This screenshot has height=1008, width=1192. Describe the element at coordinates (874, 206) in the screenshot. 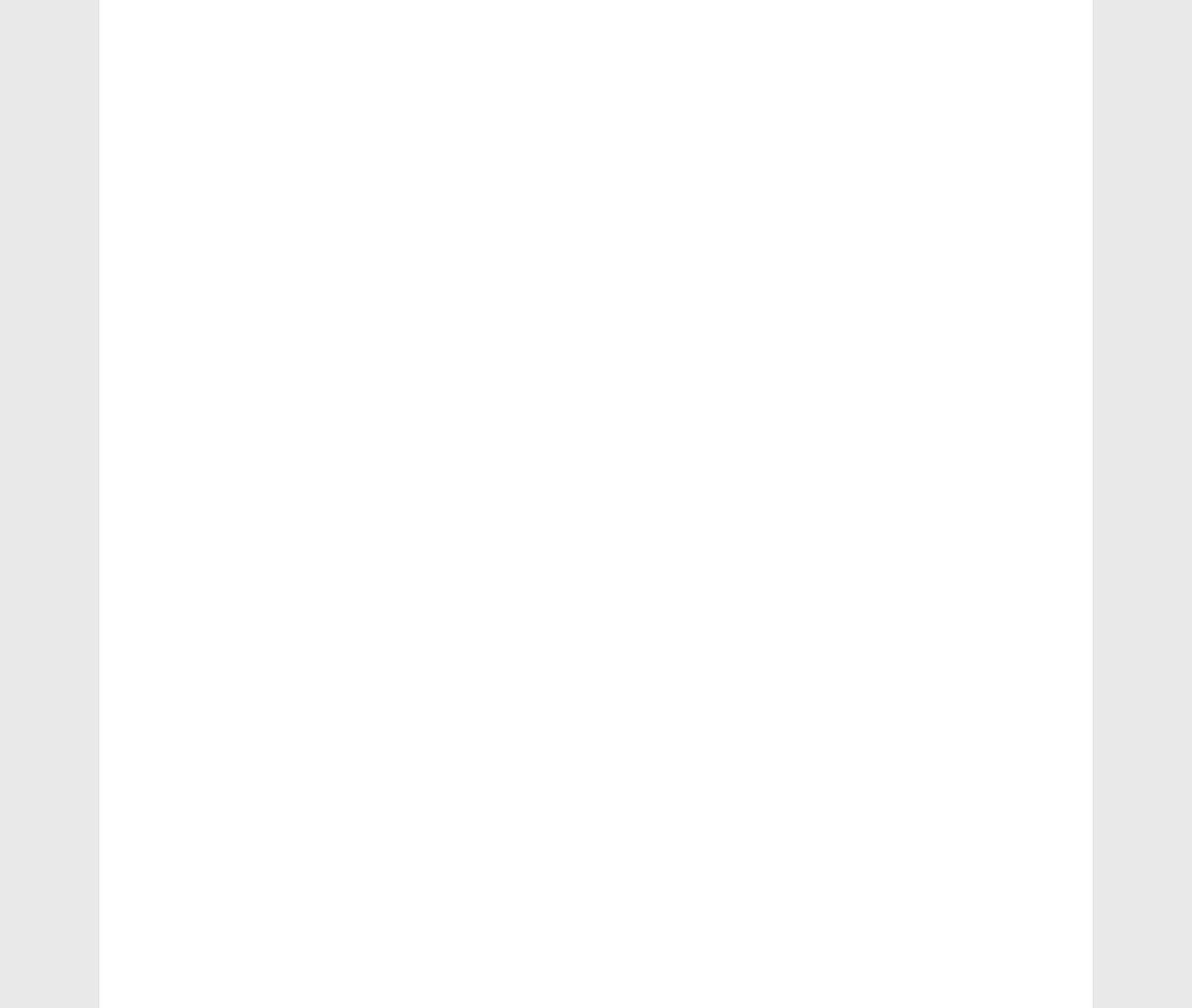

I see `'India'` at that location.